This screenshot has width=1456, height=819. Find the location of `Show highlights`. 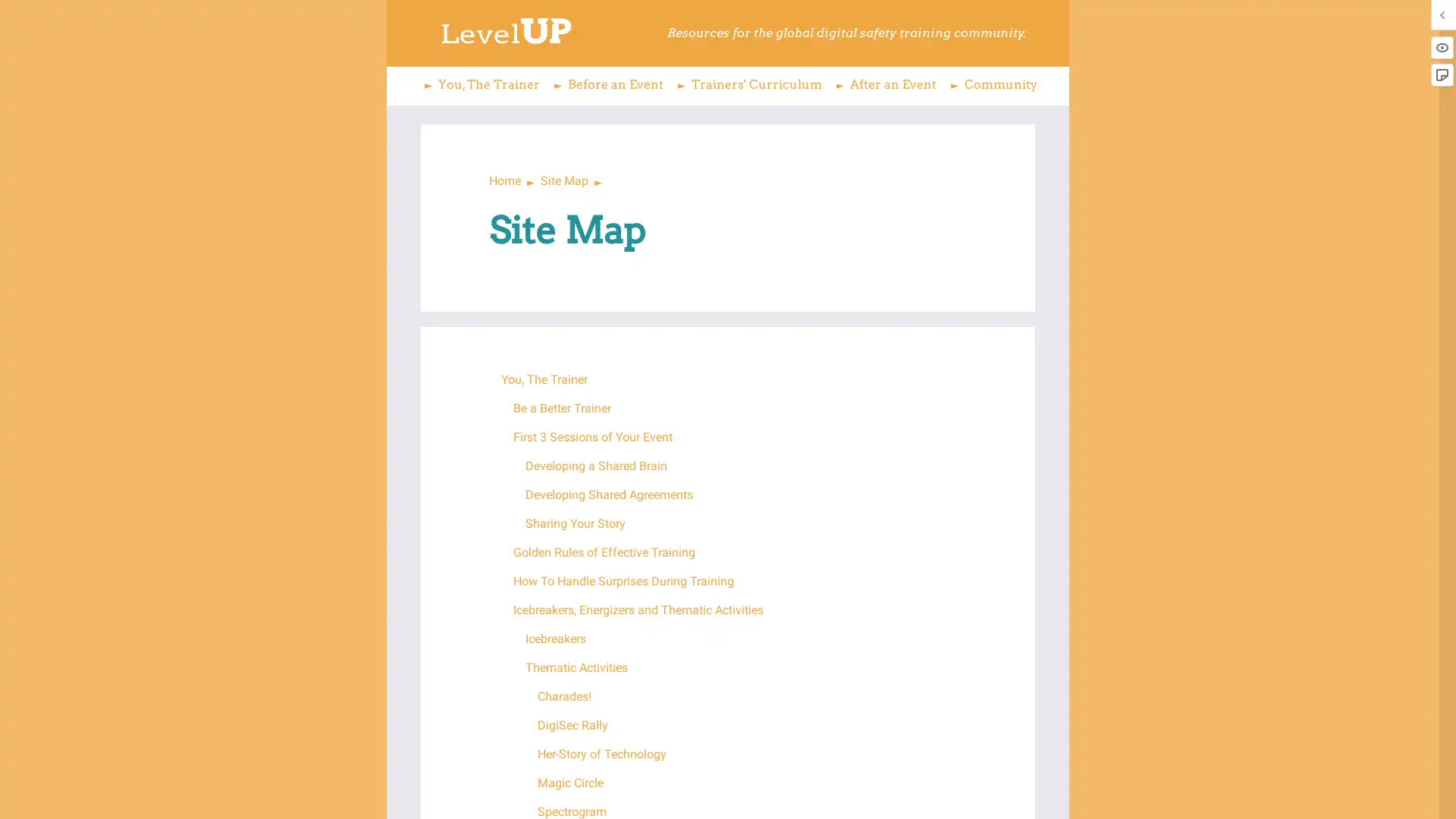

Show highlights is located at coordinates (1441, 46).